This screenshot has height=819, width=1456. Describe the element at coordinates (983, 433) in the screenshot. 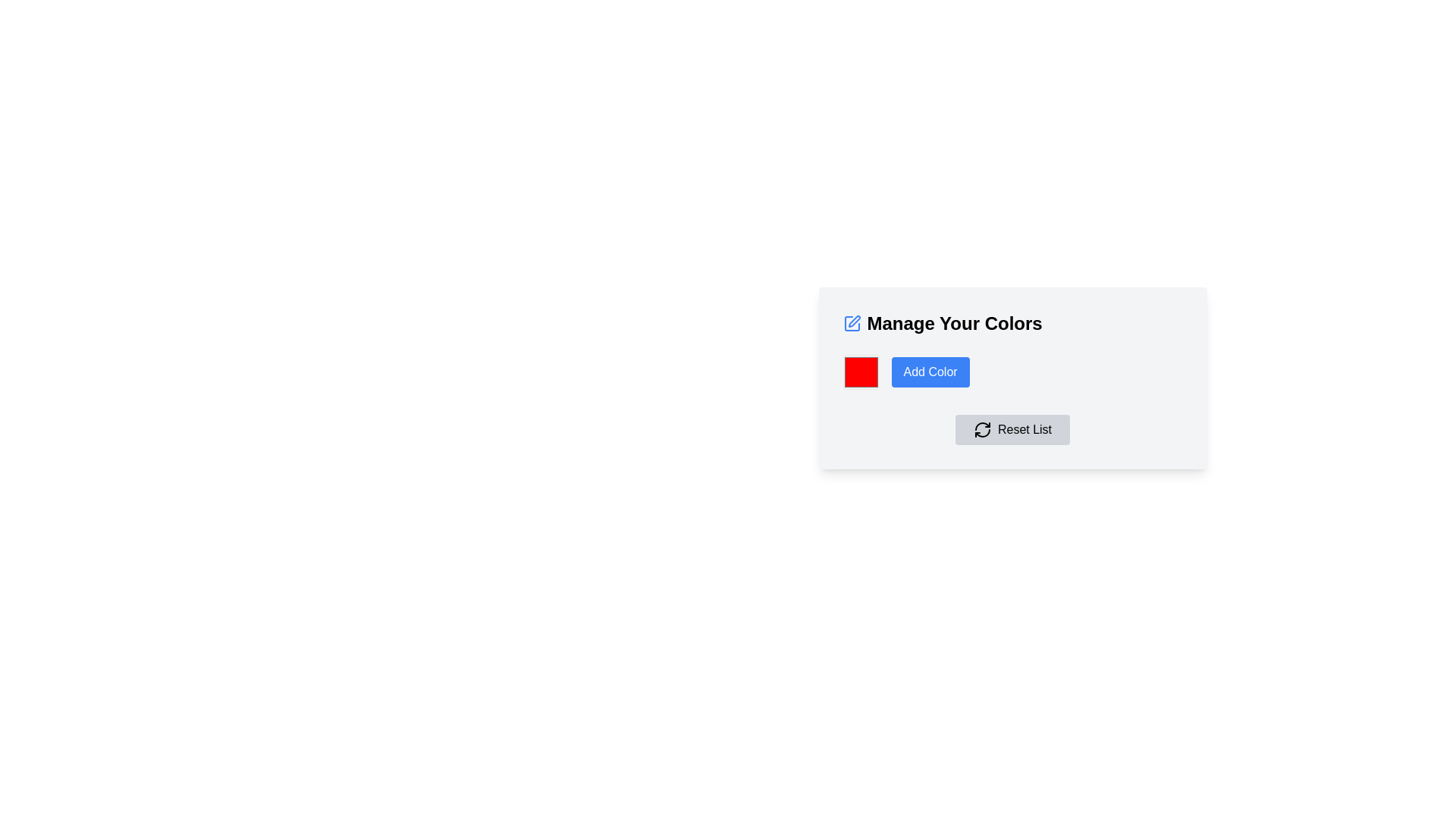

I see `the lower left curving part of the circular arrow icon, which represents the refresh functionality, located to the right of the 'Reset List' button` at that location.